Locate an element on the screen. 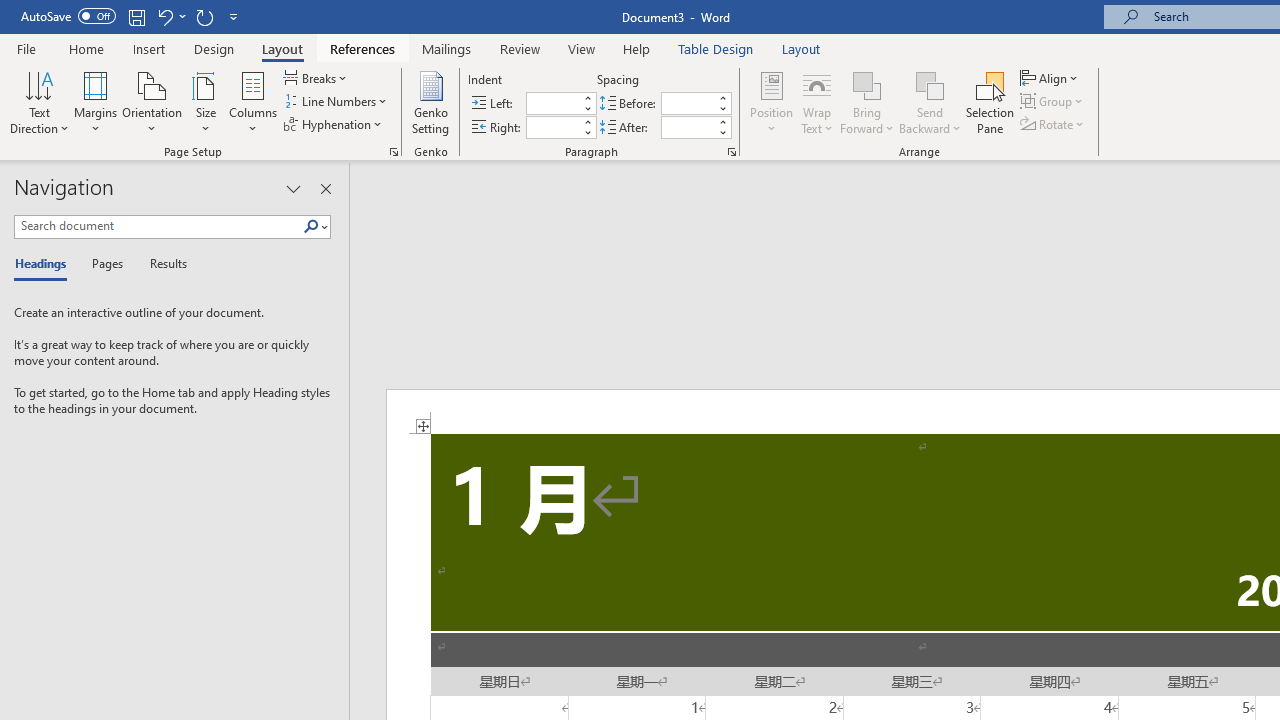 The width and height of the screenshot is (1280, 720). 'Undo Insert Row Below' is located at coordinates (164, 16).